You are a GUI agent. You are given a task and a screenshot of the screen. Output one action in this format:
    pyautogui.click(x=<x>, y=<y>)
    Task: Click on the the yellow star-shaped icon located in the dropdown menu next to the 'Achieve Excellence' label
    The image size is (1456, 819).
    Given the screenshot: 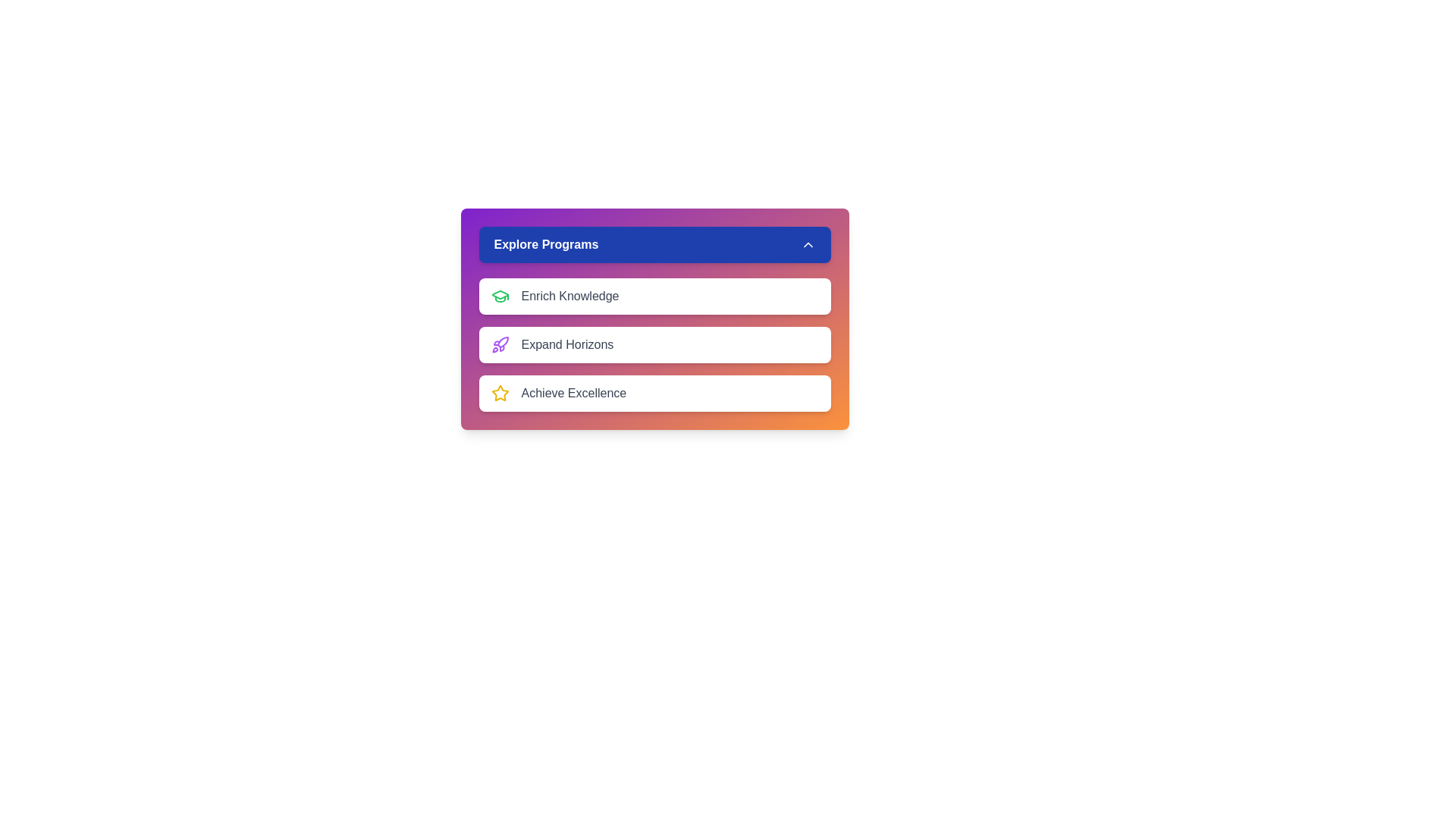 What is the action you would take?
    pyautogui.click(x=500, y=392)
    